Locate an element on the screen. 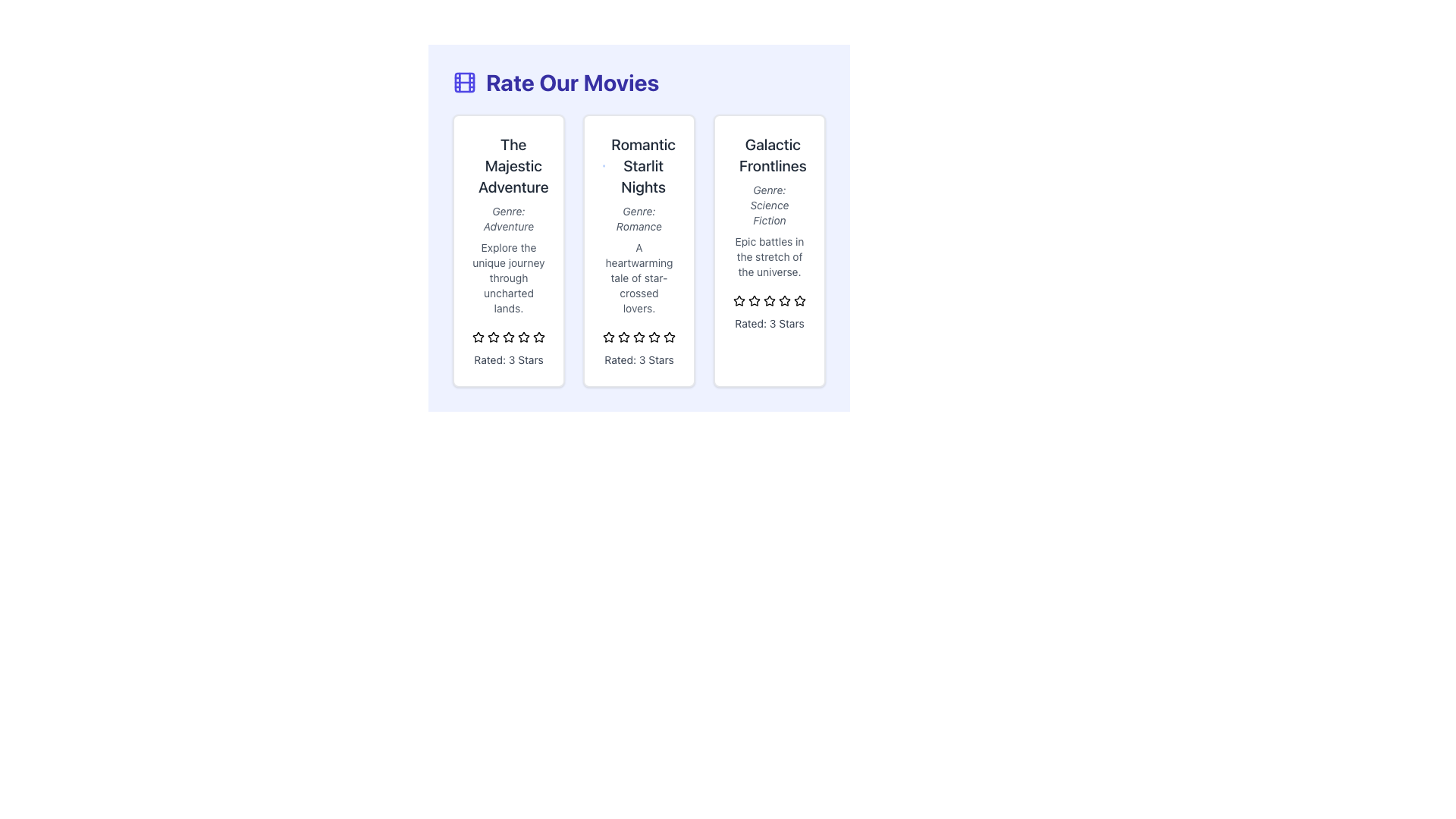 Image resolution: width=1456 pixels, height=819 pixels. text content of the element displaying 'Galactic Frontlines', which is styled in bold, medium size, and dark gray, located at the top of the third card in a horizontal layout is located at coordinates (773, 155).